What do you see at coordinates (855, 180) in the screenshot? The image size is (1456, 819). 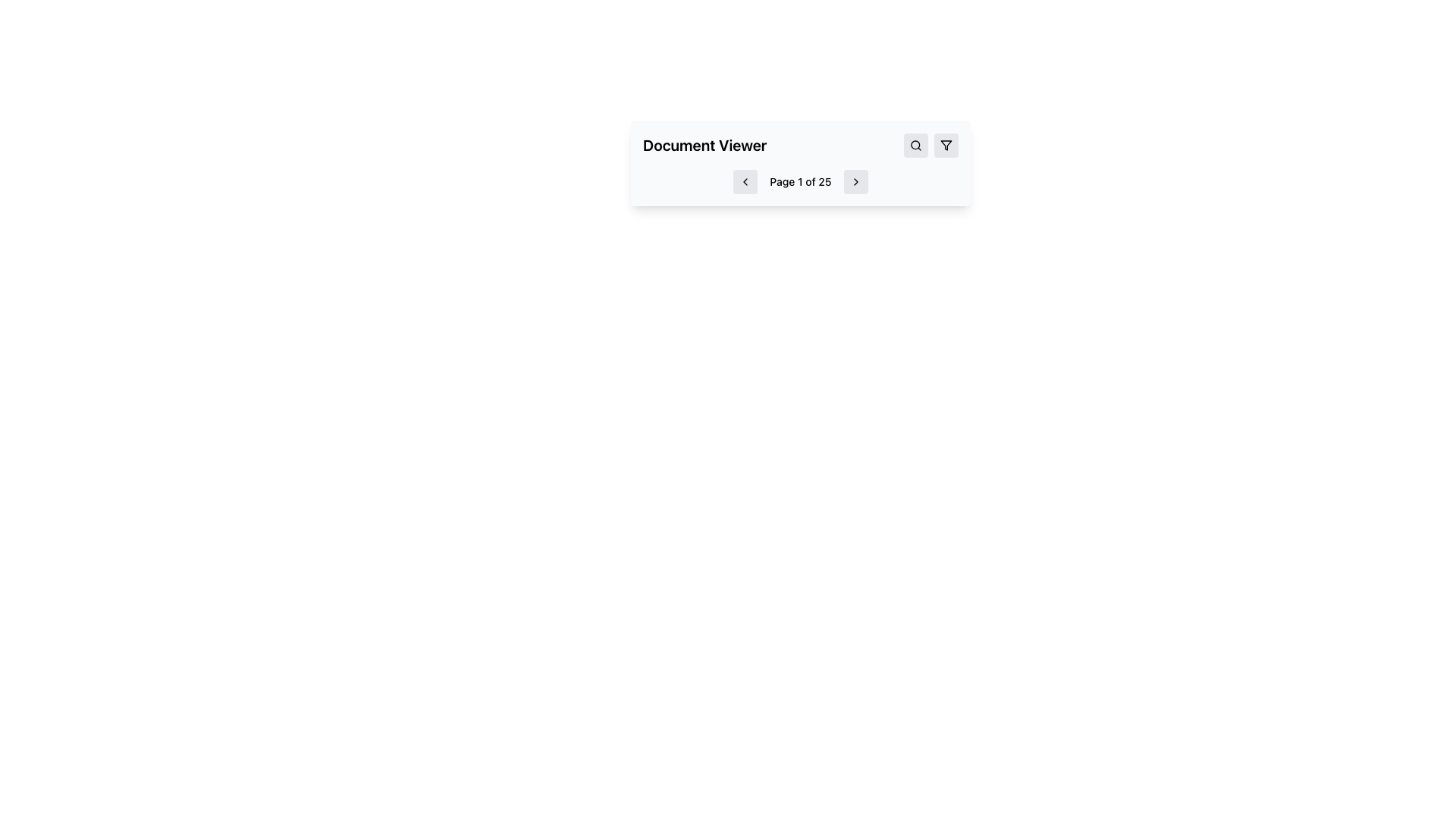 I see `the right-pointing chevron icon located within the control panel button at the top center of the UI` at bounding box center [855, 180].